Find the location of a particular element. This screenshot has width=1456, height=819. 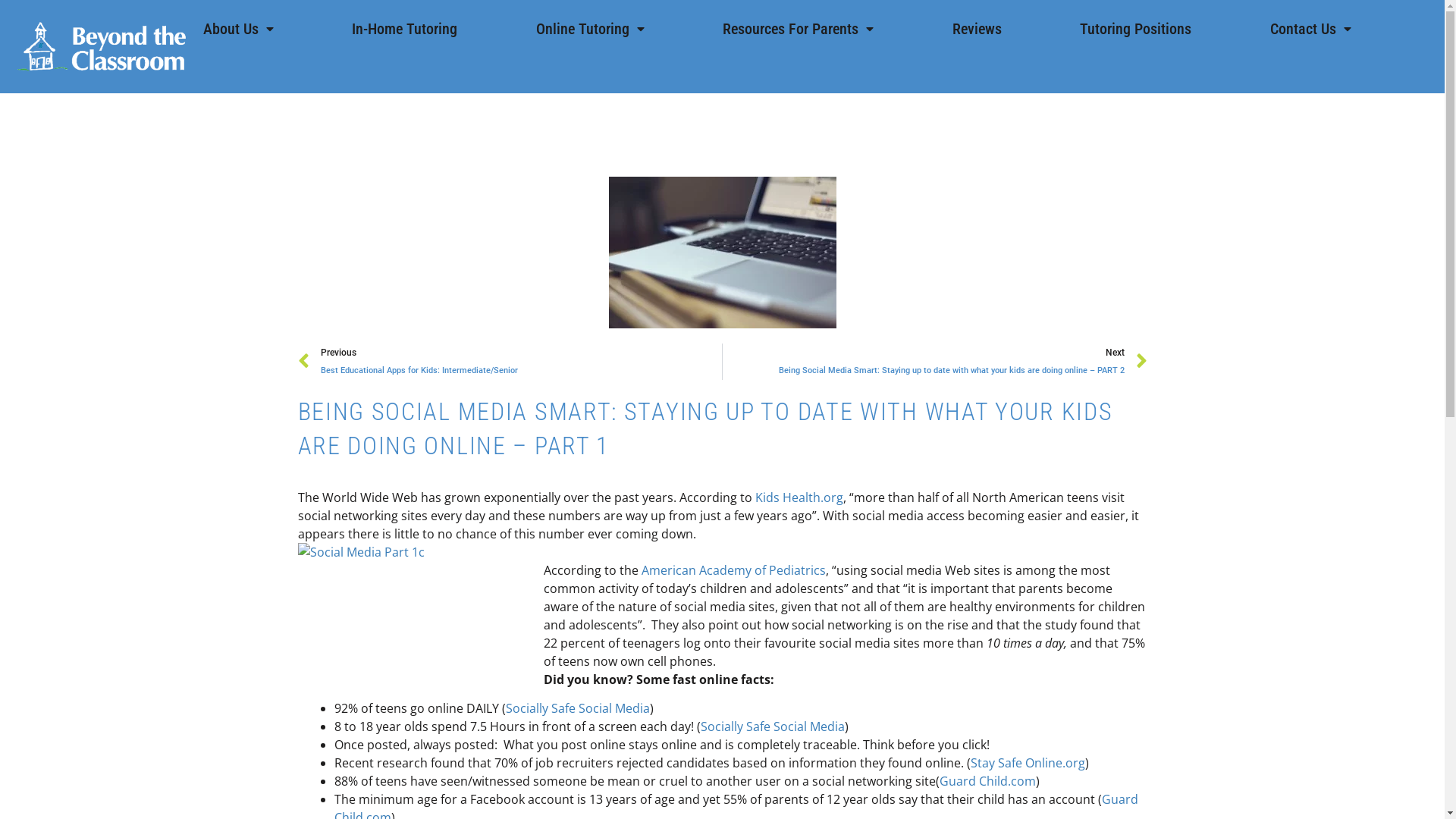

'Stay Safe Online.org' is located at coordinates (1028, 763).